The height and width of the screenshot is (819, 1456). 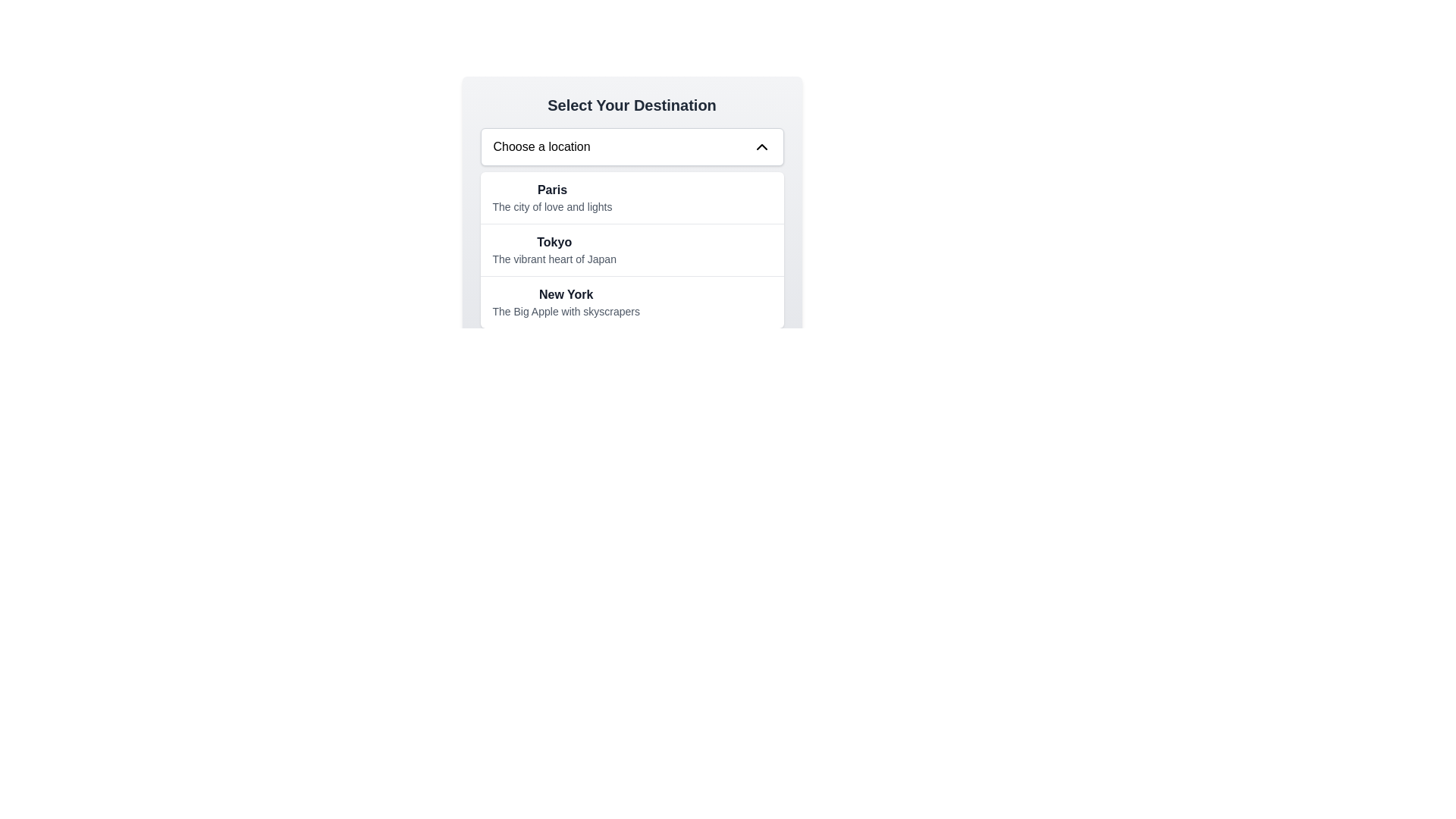 What do you see at coordinates (554, 259) in the screenshot?
I see `the text element that reads 'The vibrant heart of Japan', which is styled in gray and located directly beneath the title 'Tokyo' in the list of selectable destinations` at bounding box center [554, 259].